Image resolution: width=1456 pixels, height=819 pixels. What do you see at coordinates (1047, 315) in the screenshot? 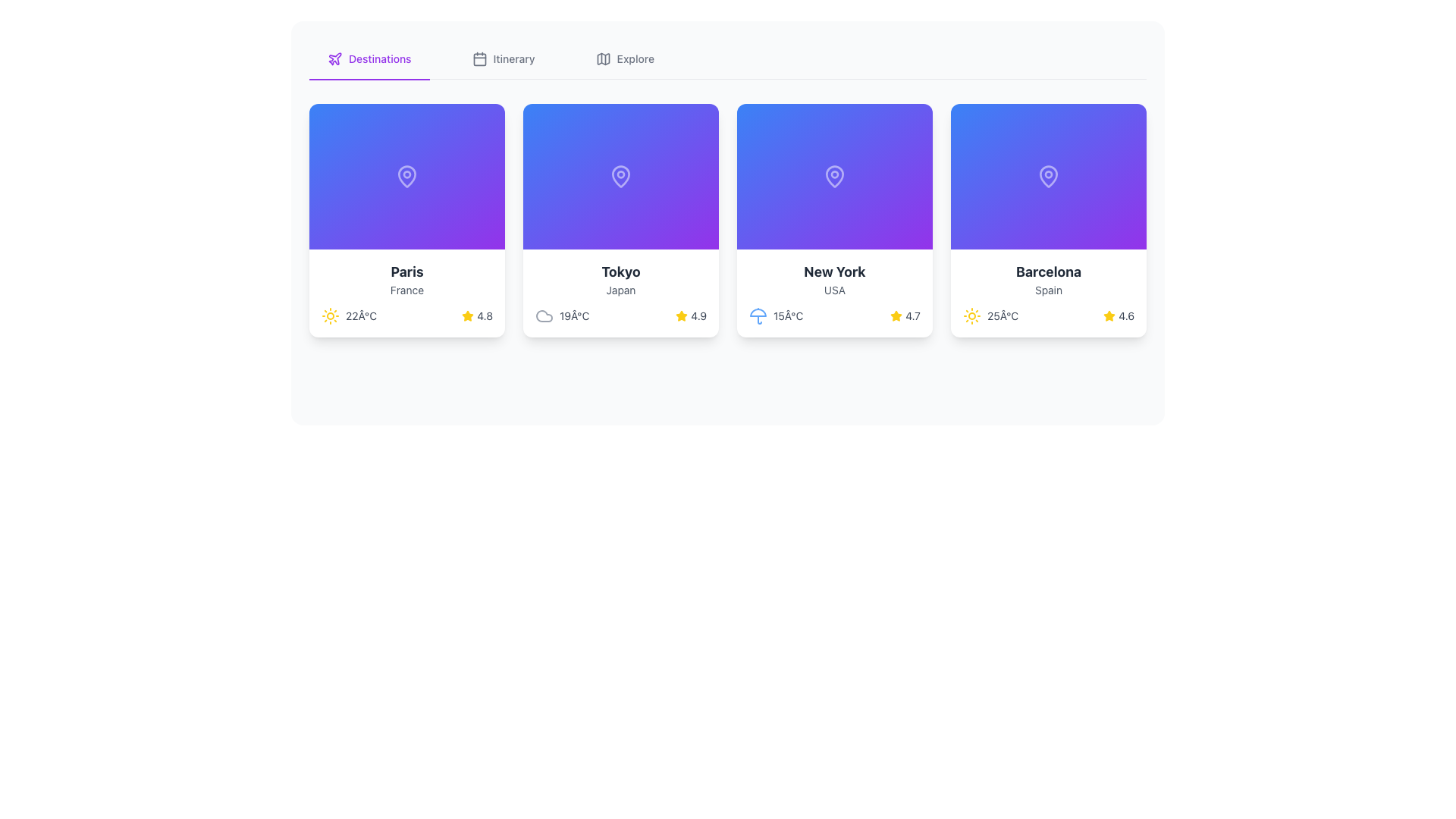
I see `the informational display conveying weather information for Barcelona, located at the rightmost side of the card below the text 'Barcelona' and 'Spain'` at bounding box center [1047, 315].